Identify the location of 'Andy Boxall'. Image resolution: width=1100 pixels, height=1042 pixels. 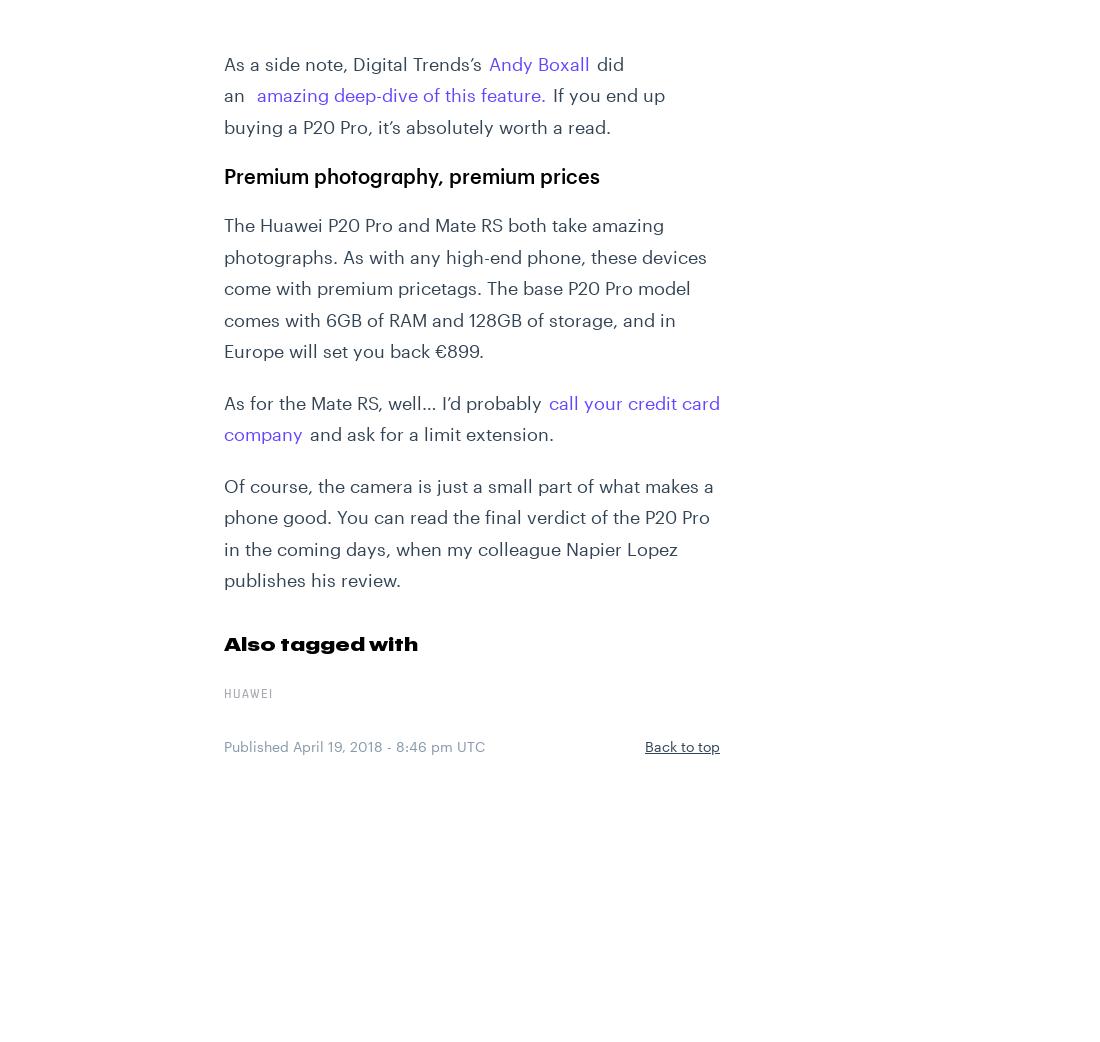
(539, 62).